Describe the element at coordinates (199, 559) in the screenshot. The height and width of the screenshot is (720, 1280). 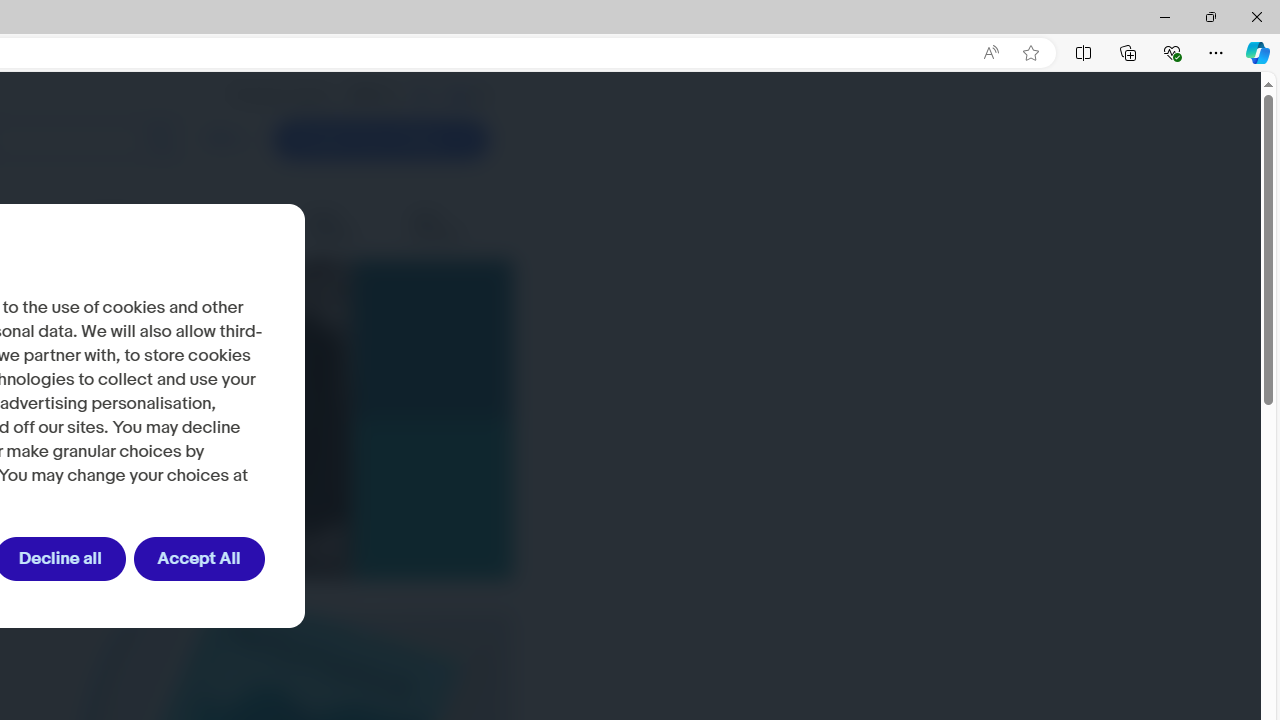
I see `'Accept All'` at that location.